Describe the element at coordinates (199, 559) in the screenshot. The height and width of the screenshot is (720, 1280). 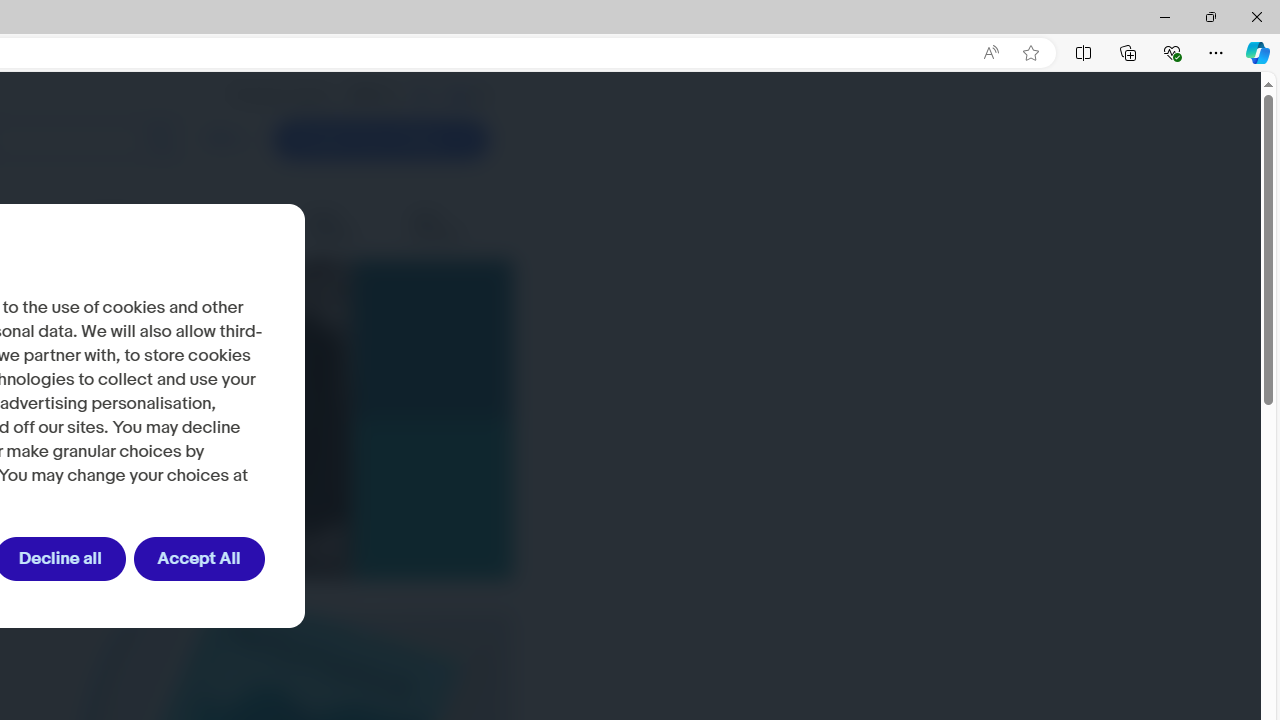
I see `'Accept All'` at that location.